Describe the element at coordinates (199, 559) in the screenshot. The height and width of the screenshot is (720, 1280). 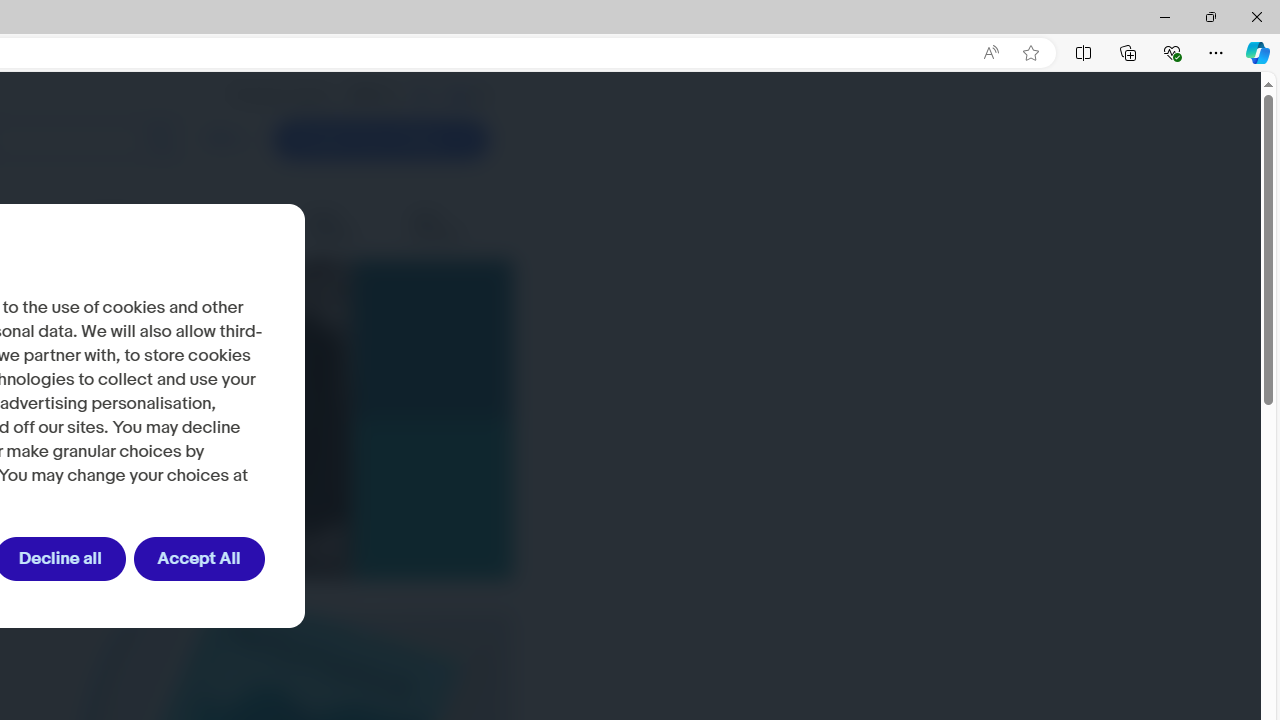
I see `'Accept All'` at that location.